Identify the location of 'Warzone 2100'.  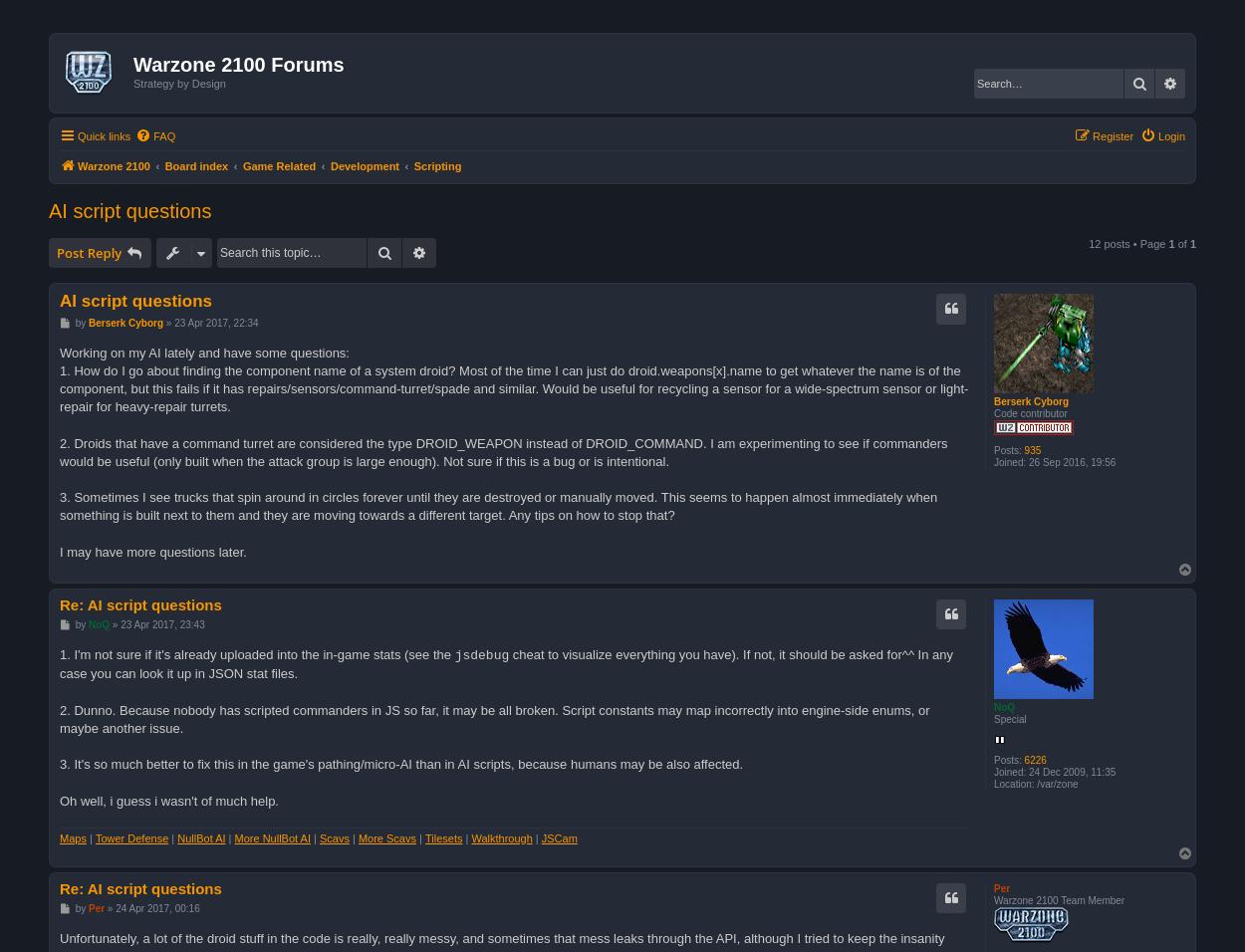
(77, 164).